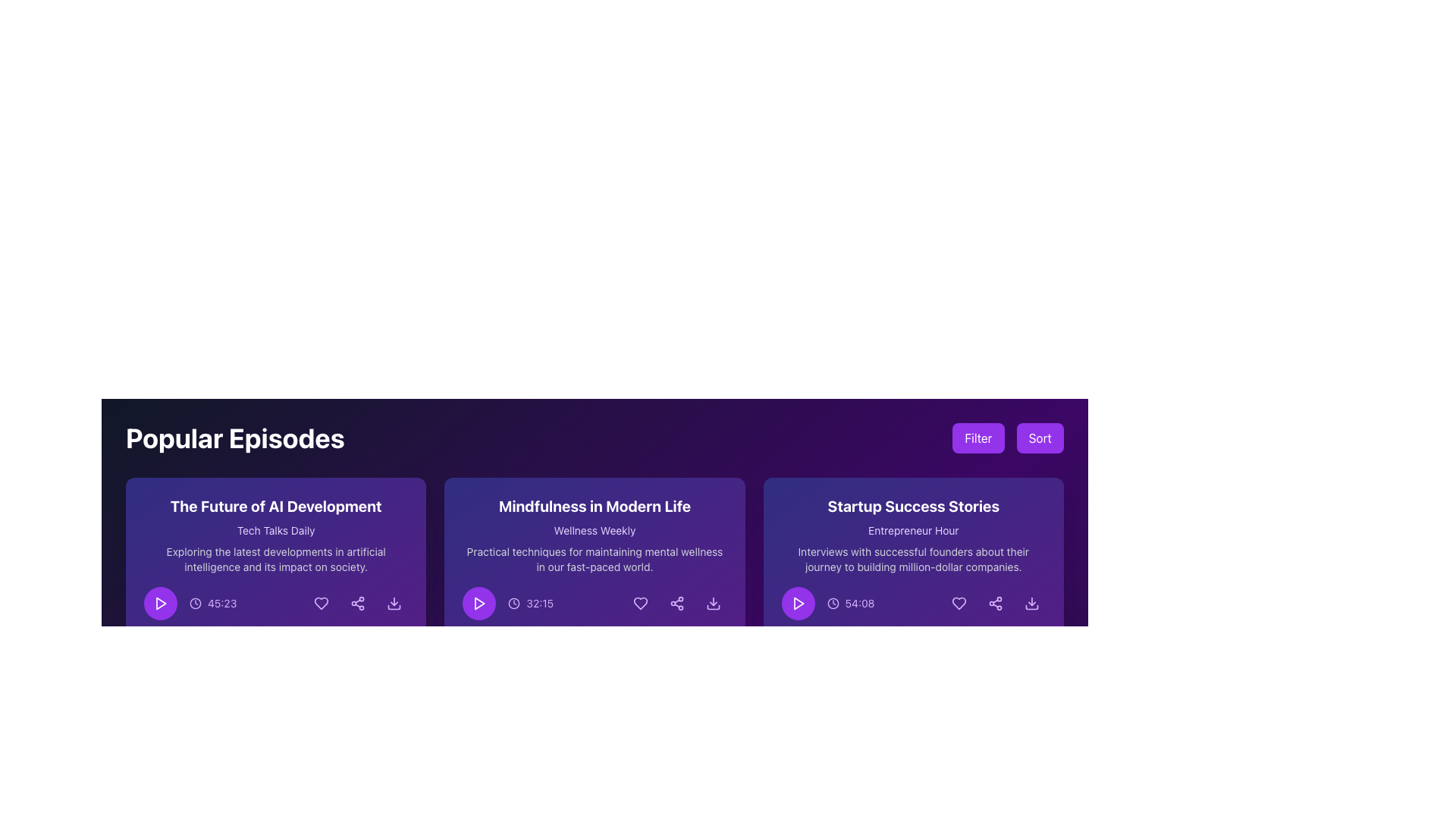  I want to click on the text element containing 'Practical techniques for maintaining mental wellness in our fast-paced world.' which is located within the 'Mindfulness in Modern Life' card under the 'Wellness Weekly' subheading, so click(594, 559).